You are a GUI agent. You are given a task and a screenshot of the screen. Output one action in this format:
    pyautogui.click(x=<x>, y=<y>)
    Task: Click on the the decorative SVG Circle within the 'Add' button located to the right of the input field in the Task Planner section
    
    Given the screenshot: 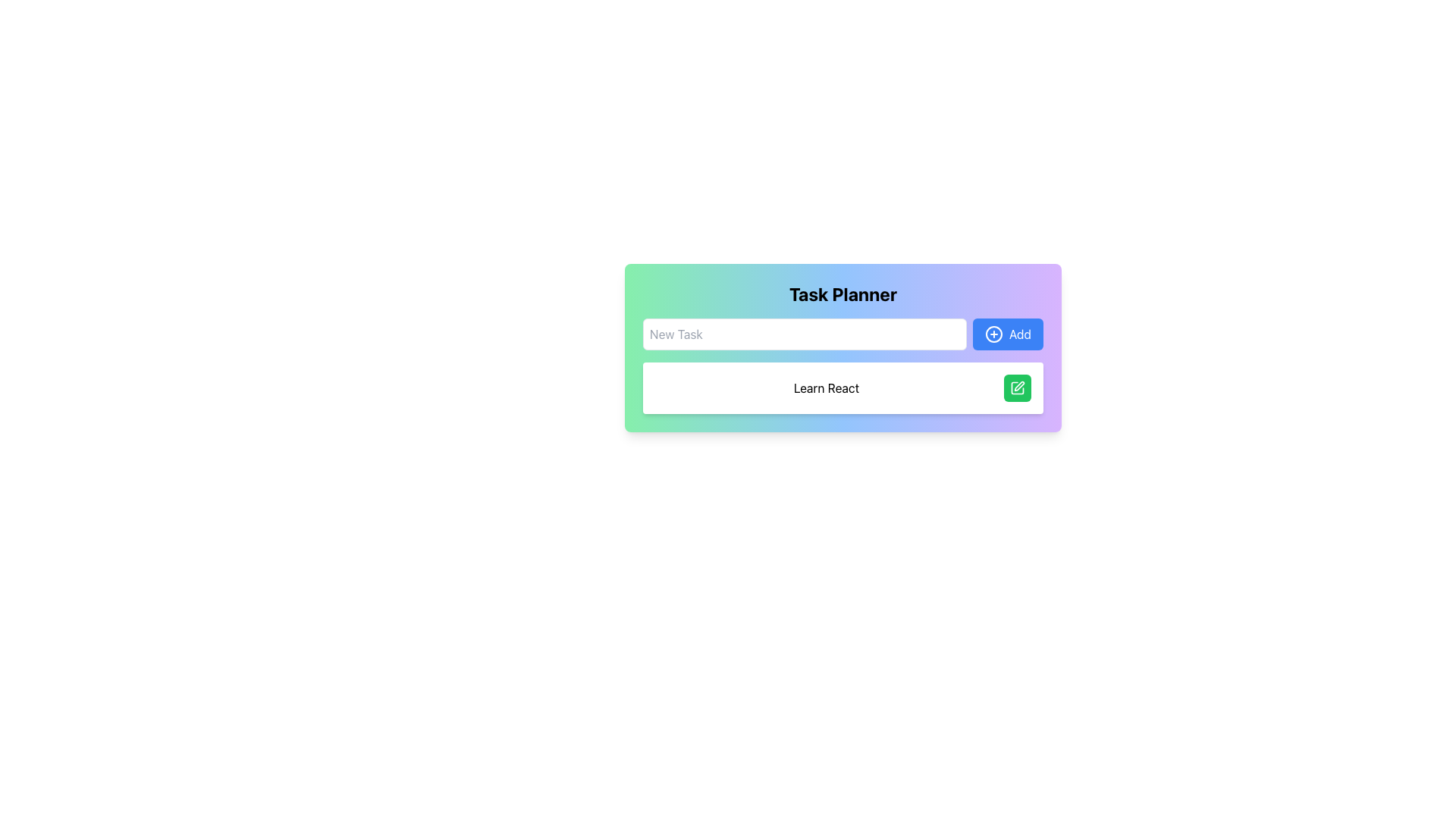 What is the action you would take?
    pyautogui.click(x=993, y=333)
    